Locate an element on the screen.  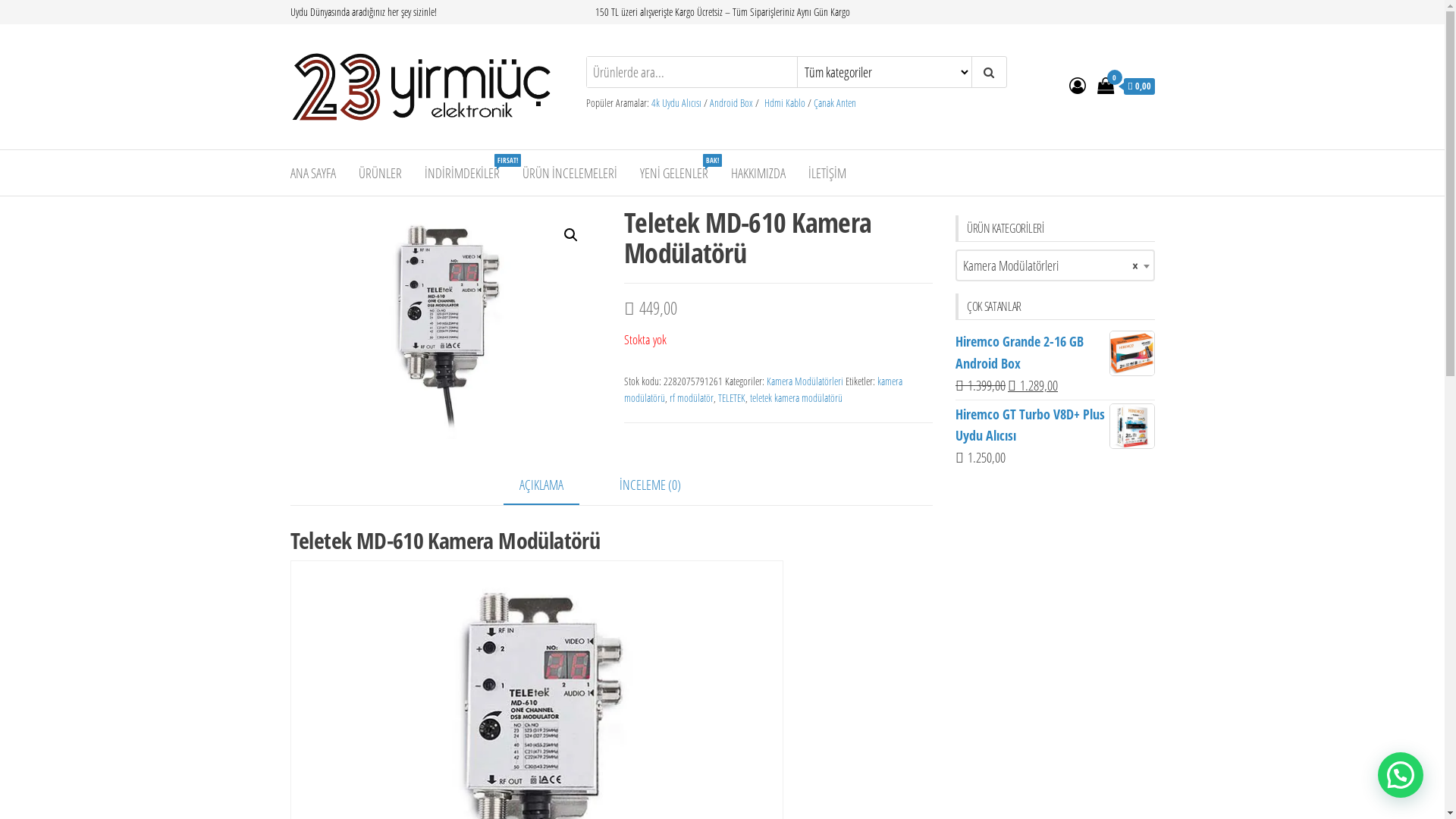
'TELETEK' is located at coordinates (731, 397).